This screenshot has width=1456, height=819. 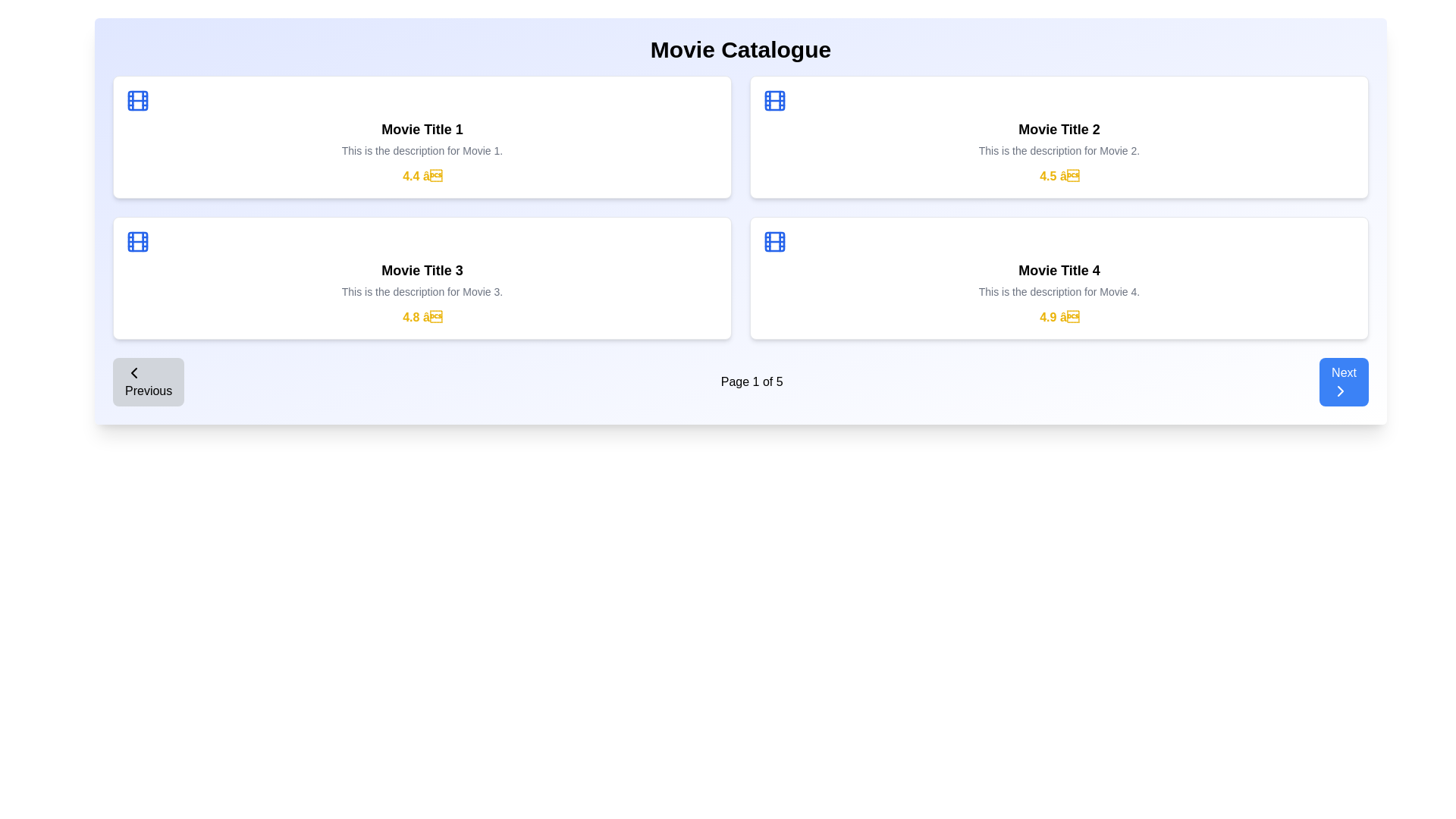 I want to click on the graphic decorative element within the film-strip icon for 'Movie Title 4' located at the top-right corner of the card, so click(x=775, y=241).